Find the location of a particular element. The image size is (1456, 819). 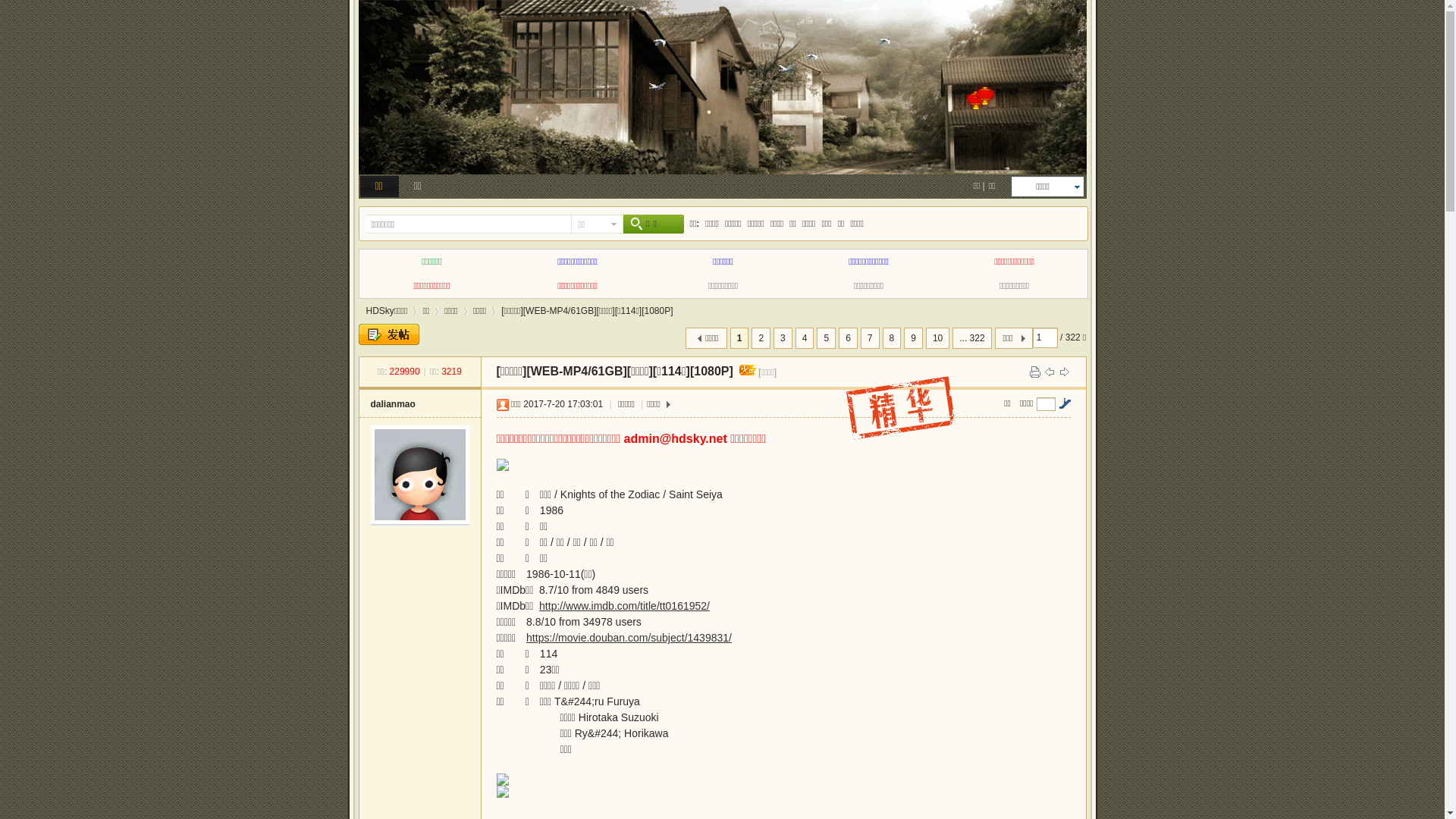

'2' is located at coordinates (751, 337).